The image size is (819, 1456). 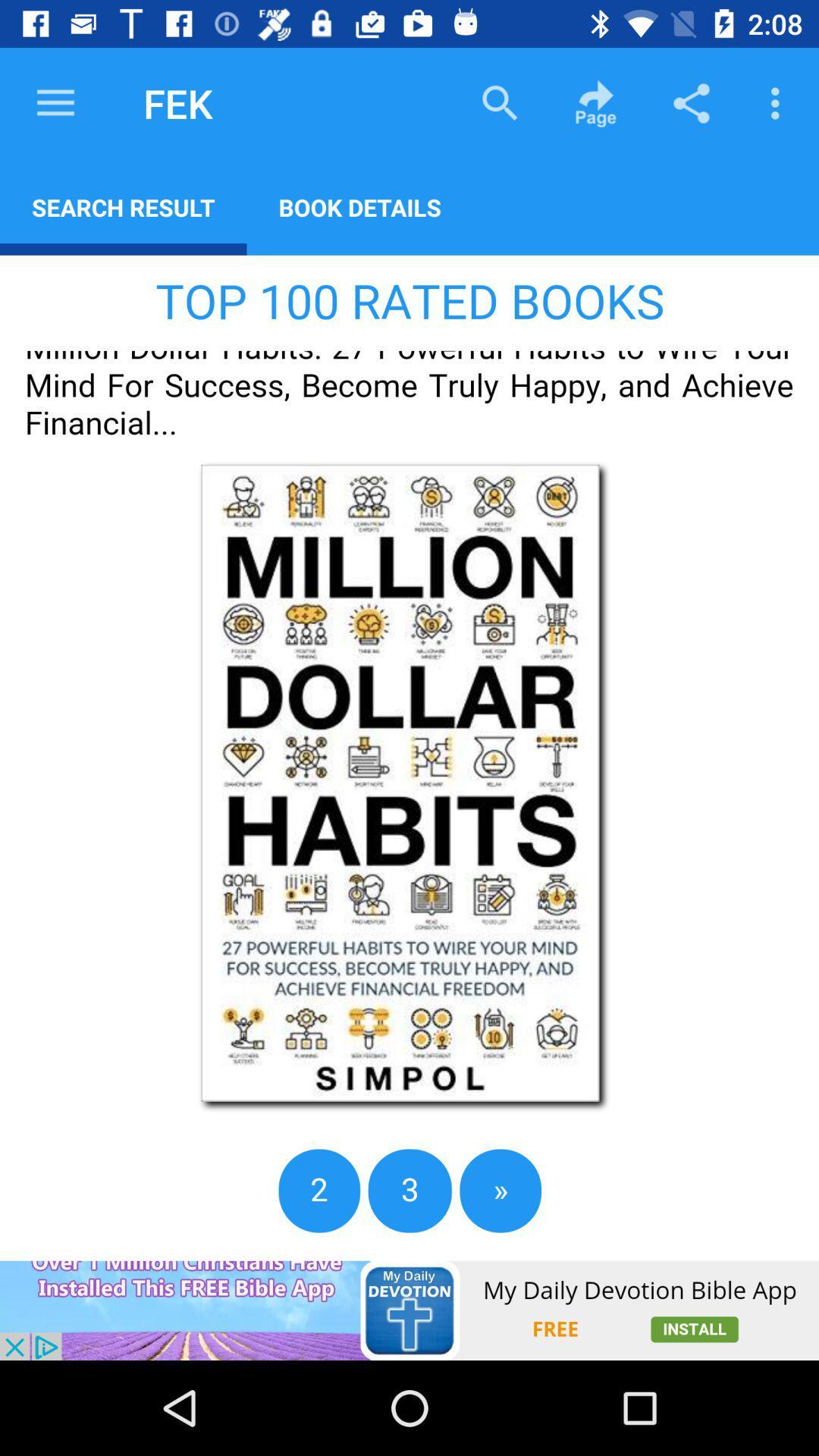 What do you see at coordinates (55, 102) in the screenshot?
I see `the menu icon` at bounding box center [55, 102].